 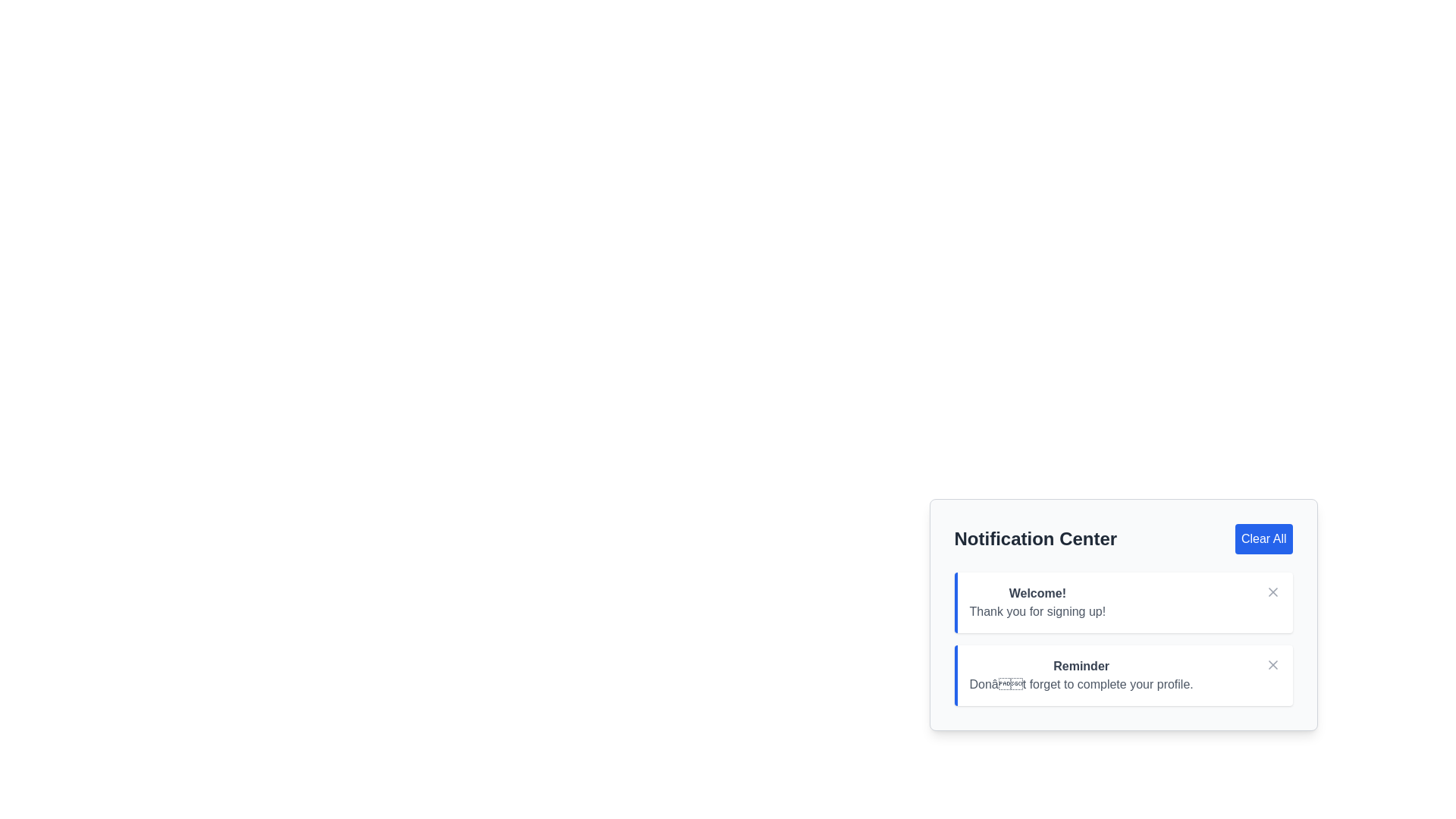 I want to click on text content of the Text Label which serves as the title for the notification card in the Notification Center, so click(x=1081, y=666).